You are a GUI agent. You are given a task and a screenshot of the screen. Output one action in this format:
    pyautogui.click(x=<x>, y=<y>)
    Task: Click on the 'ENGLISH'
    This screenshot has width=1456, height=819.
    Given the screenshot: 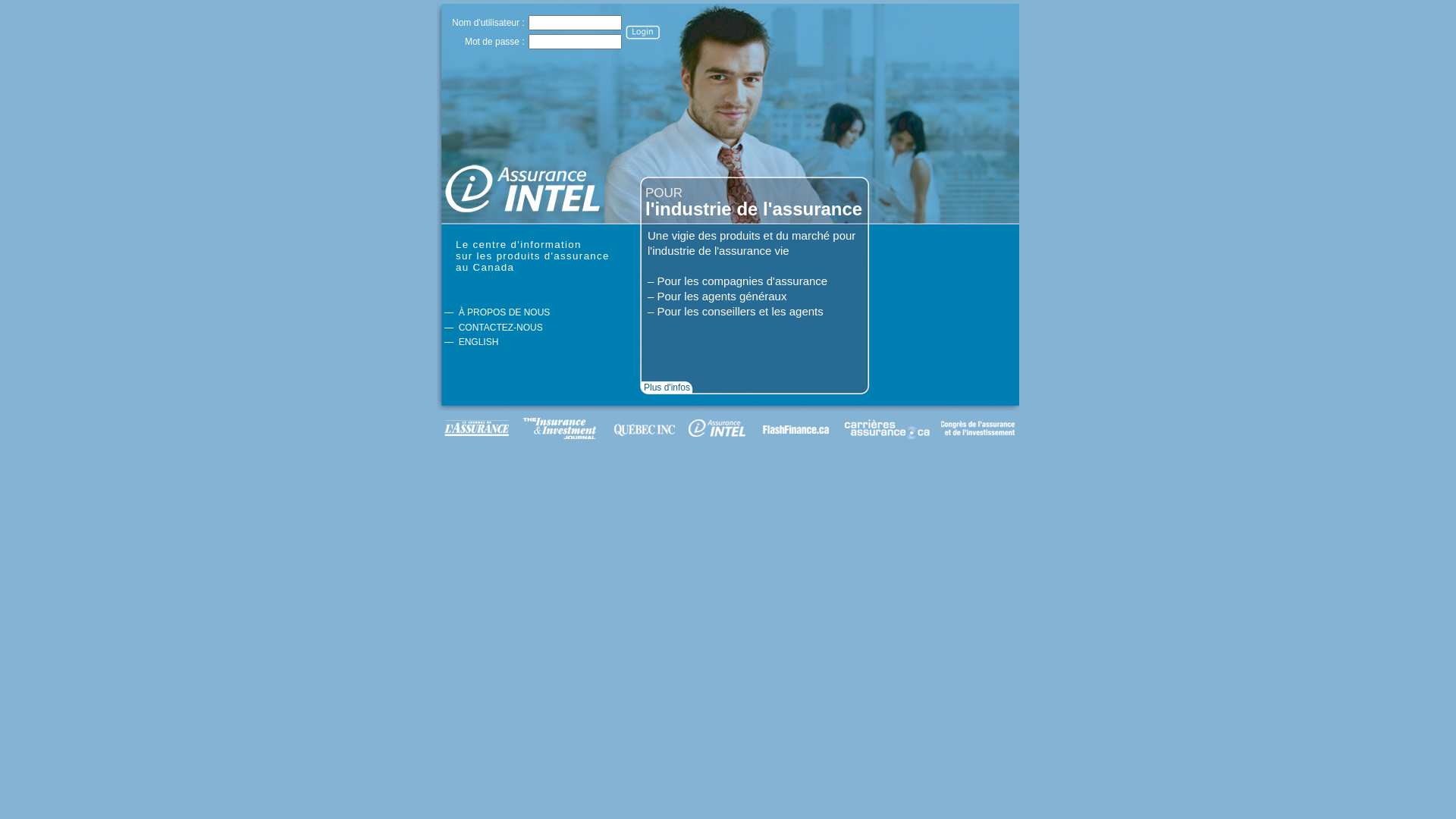 What is the action you would take?
    pyautogui.click(x=478, y=342)
    